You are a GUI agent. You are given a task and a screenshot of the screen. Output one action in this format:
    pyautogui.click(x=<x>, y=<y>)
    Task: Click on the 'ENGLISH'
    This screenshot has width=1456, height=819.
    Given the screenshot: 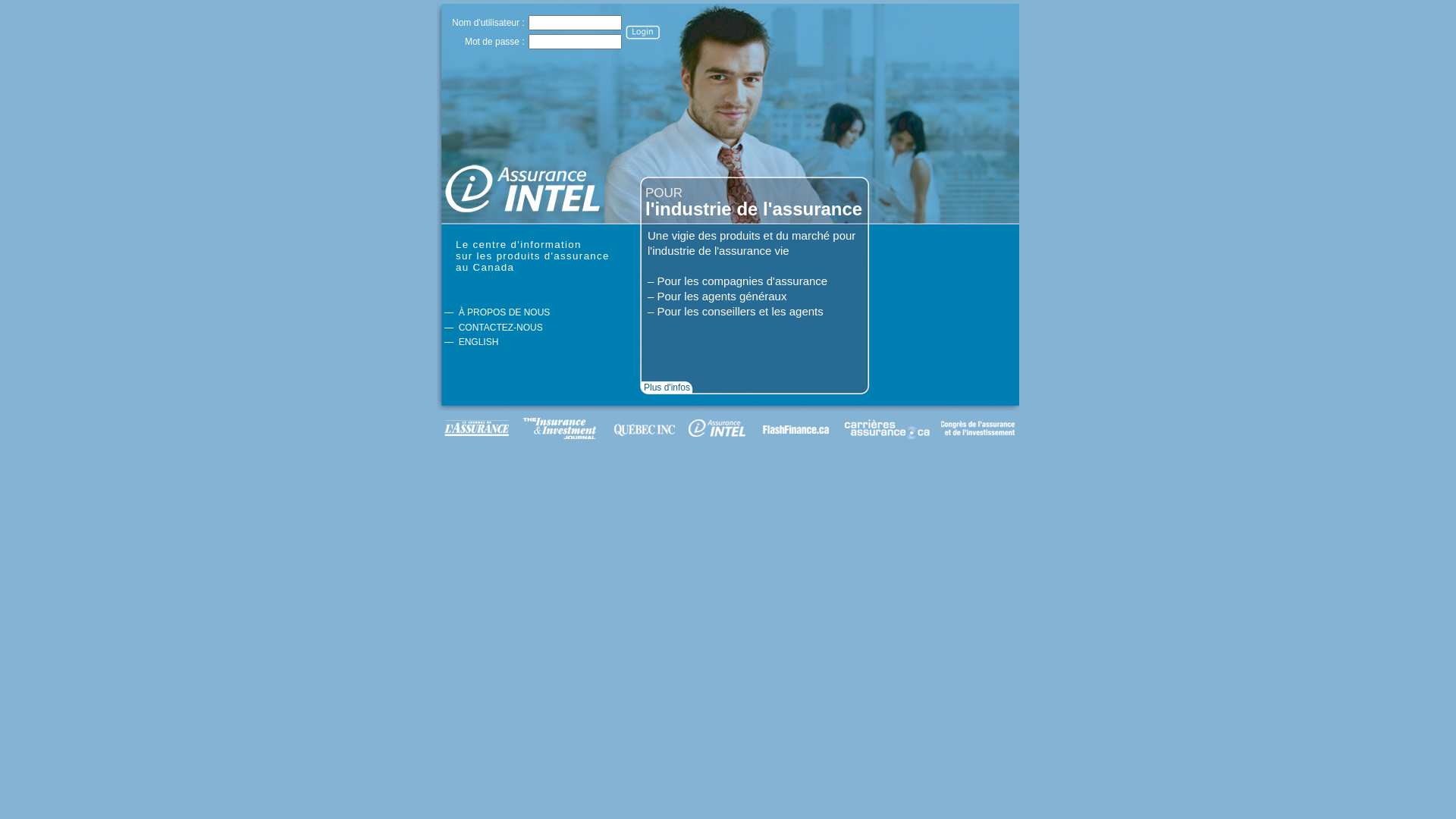 What is the action you would take?
    pyautogui.click(x=478, y=342)
    